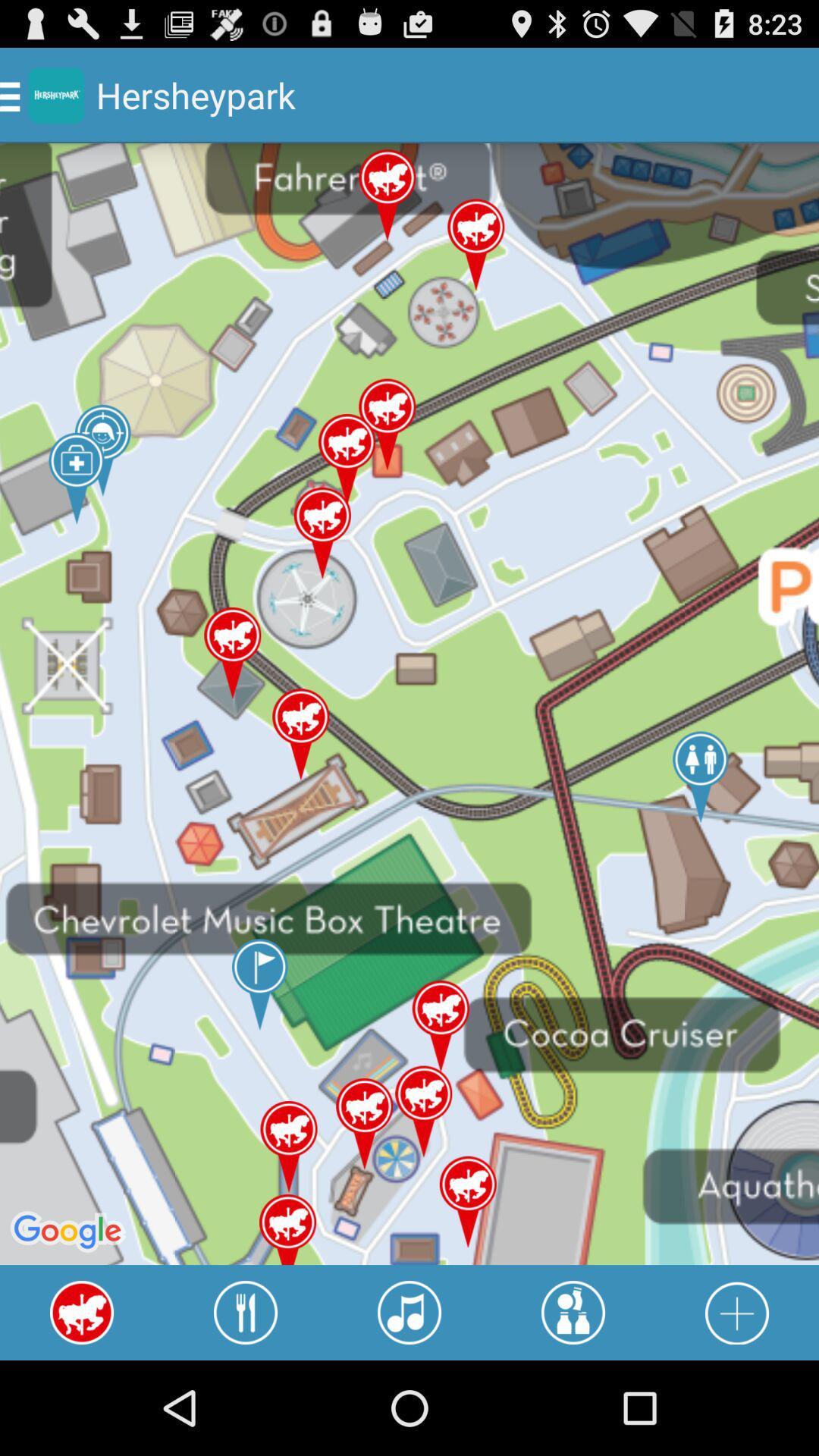 The image size is (819, 1456). Describe the element at coordinates (409, 1312) in the screenshot. I see `music` at that location.